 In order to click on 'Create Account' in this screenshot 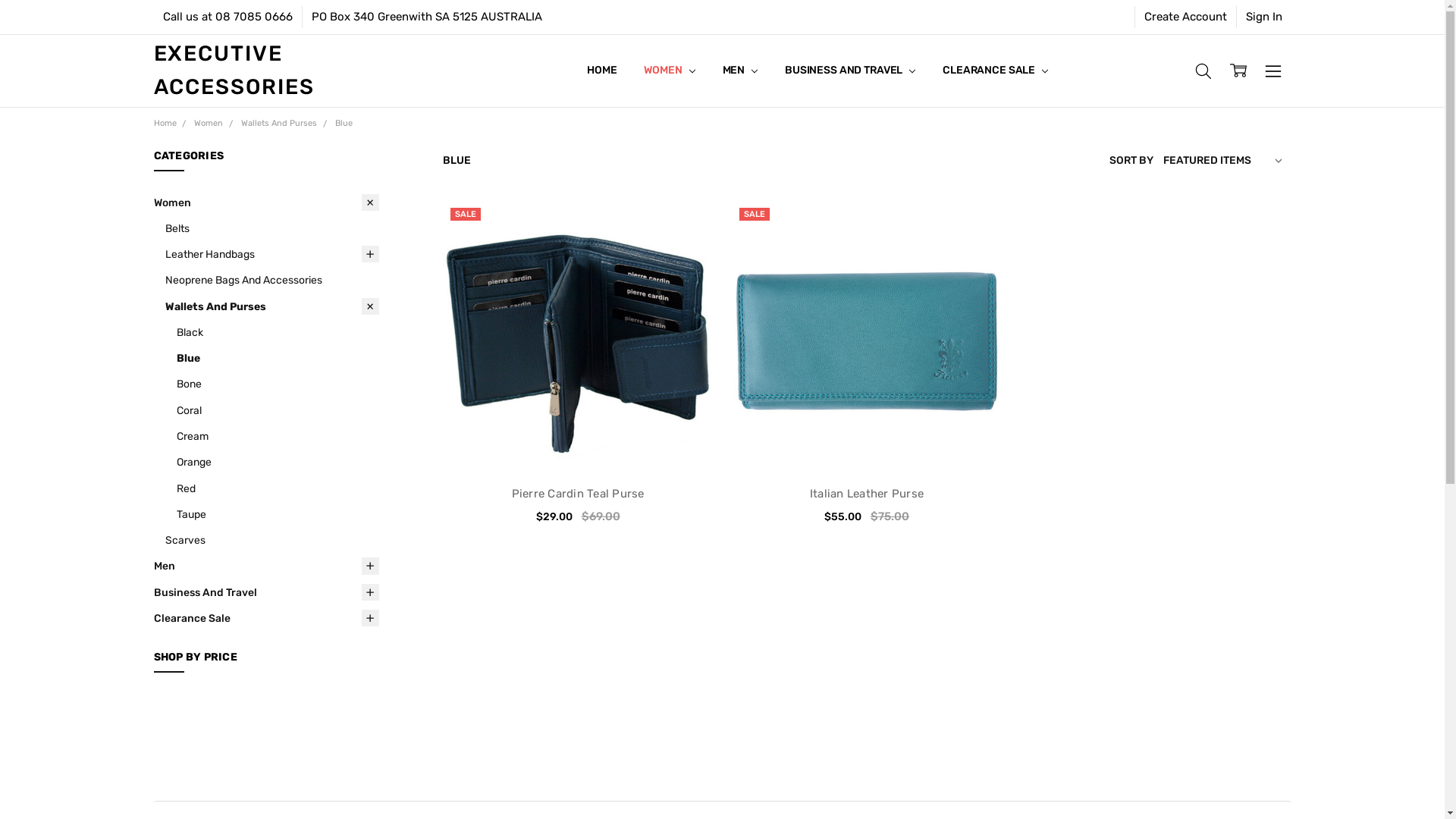, I will do `click(1184, 17)`.